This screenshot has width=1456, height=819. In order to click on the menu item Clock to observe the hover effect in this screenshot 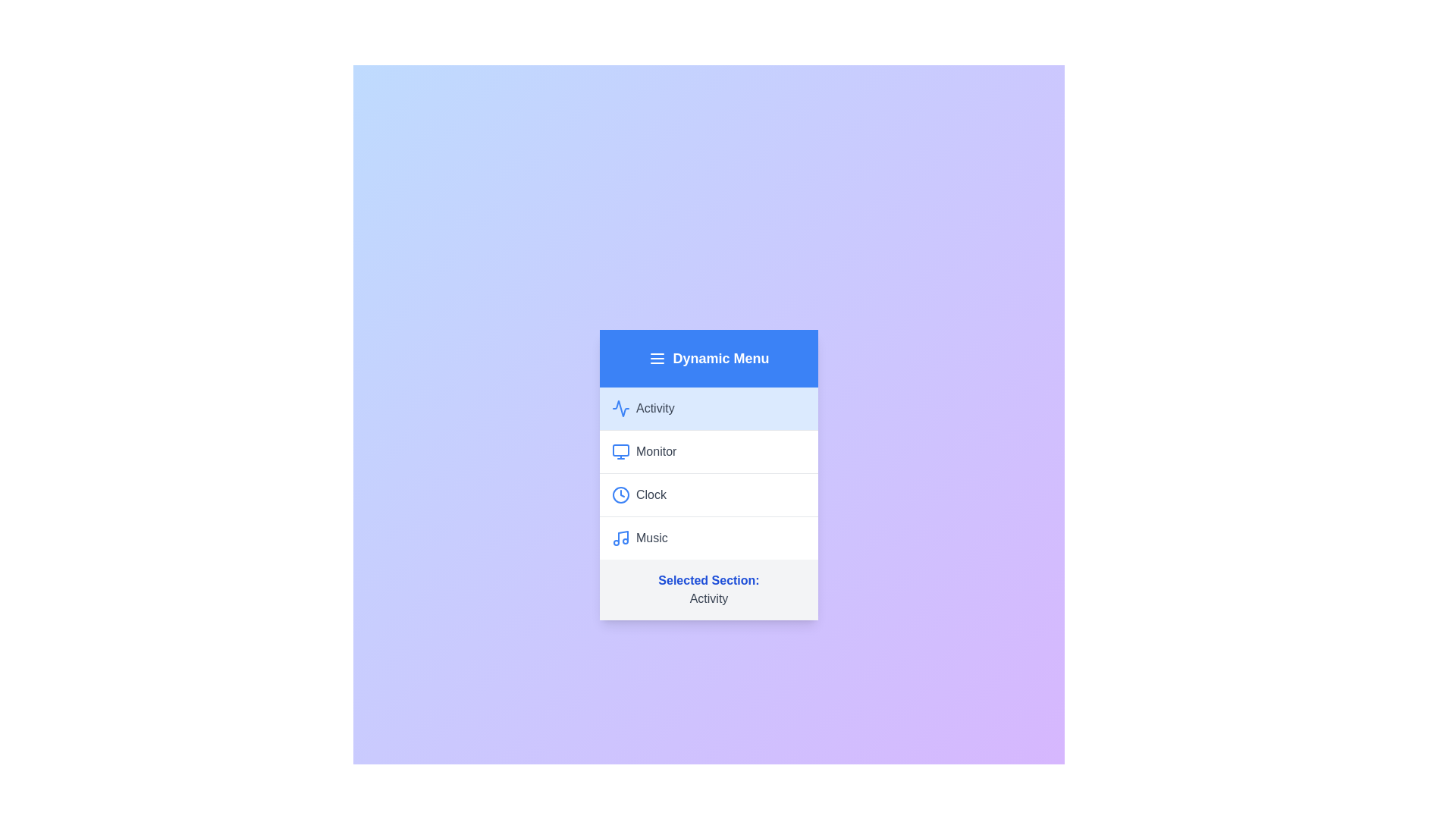, I will do `click(708, 494)`.